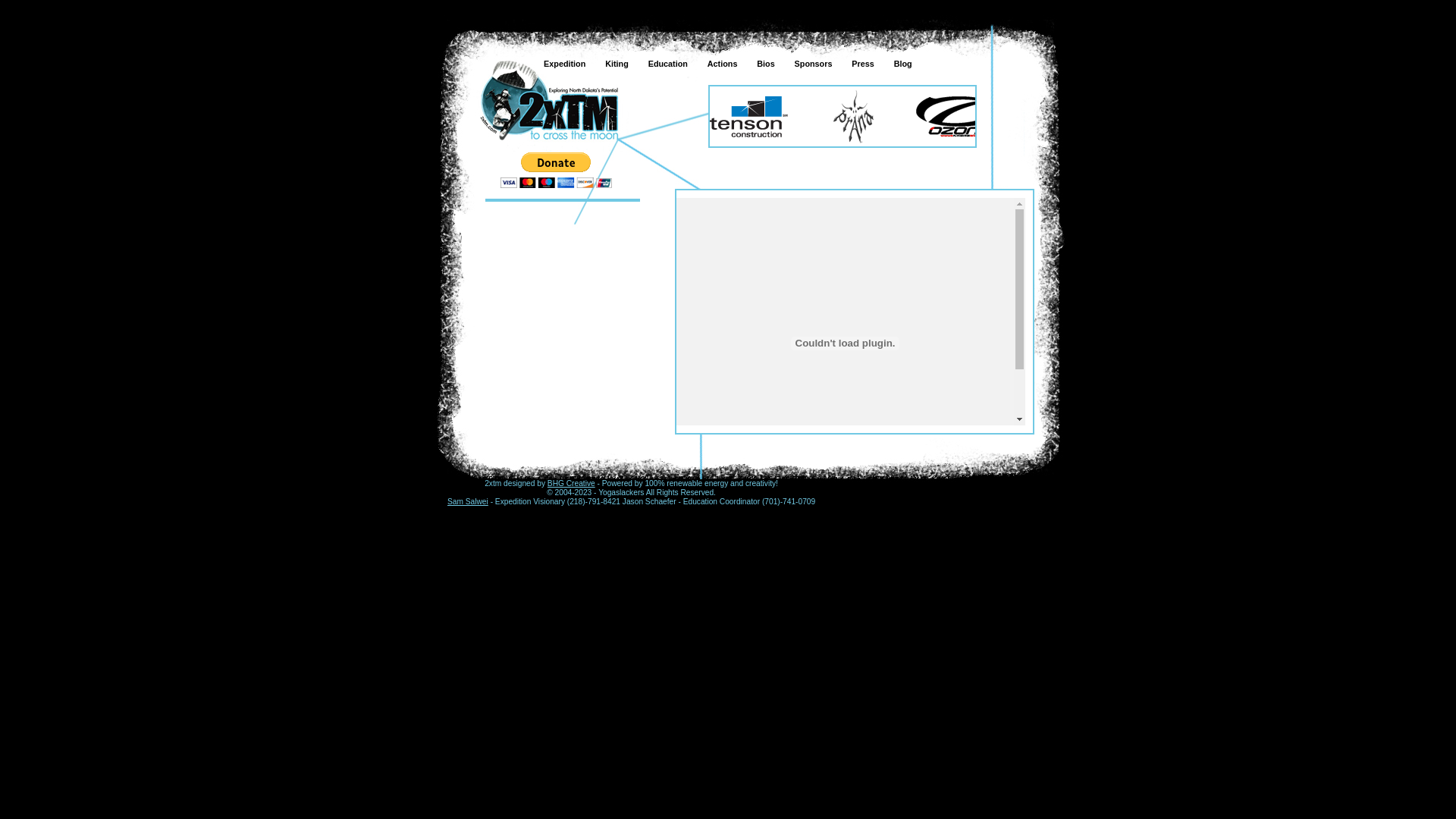 The height and width of the screenshot is (819, 1456). Describe the element at coordinates (467, 501) in the screenshot. I see `'Sam Salwei'` at that location.